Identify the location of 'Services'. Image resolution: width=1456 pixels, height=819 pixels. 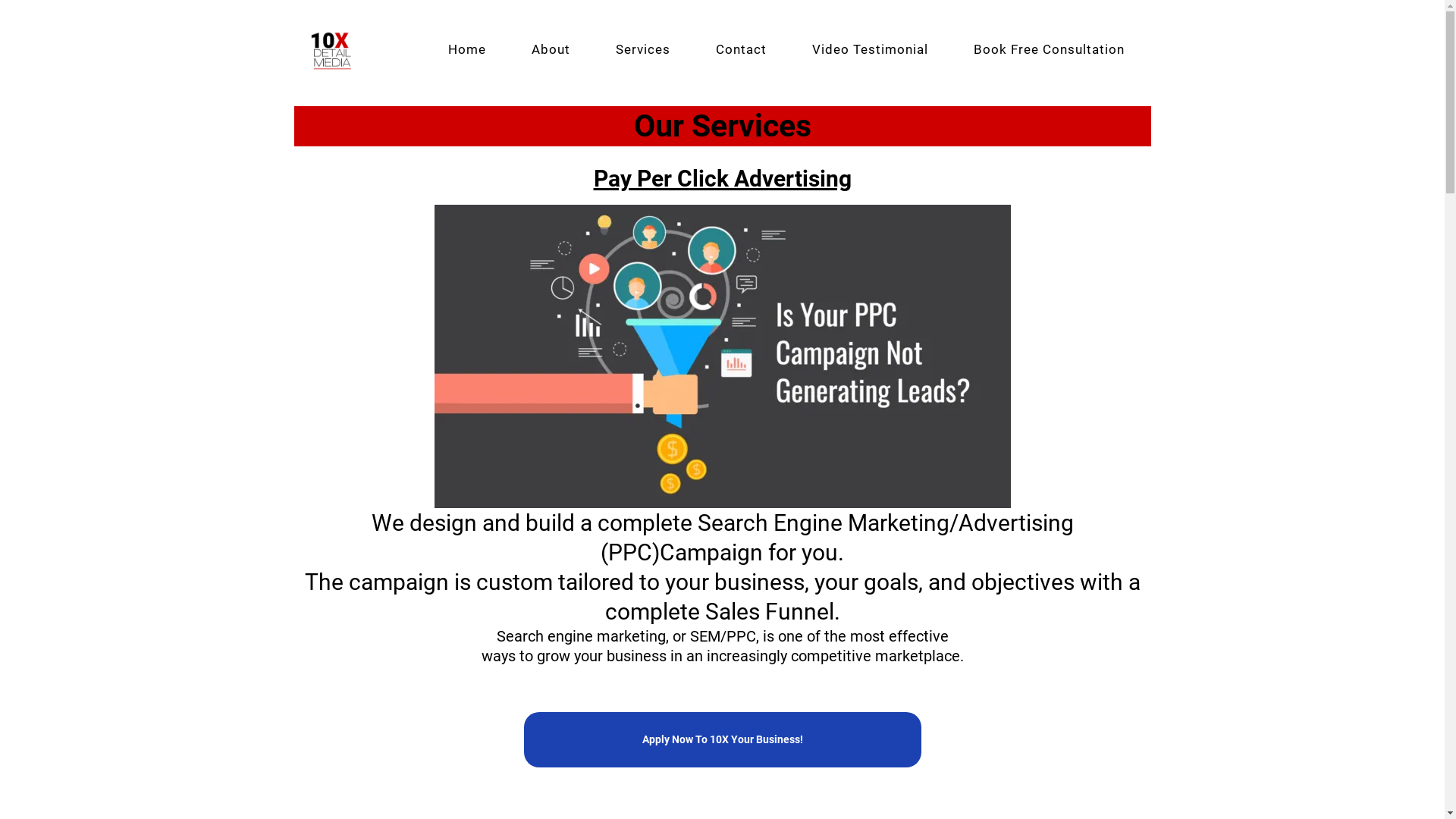
(643, 49).